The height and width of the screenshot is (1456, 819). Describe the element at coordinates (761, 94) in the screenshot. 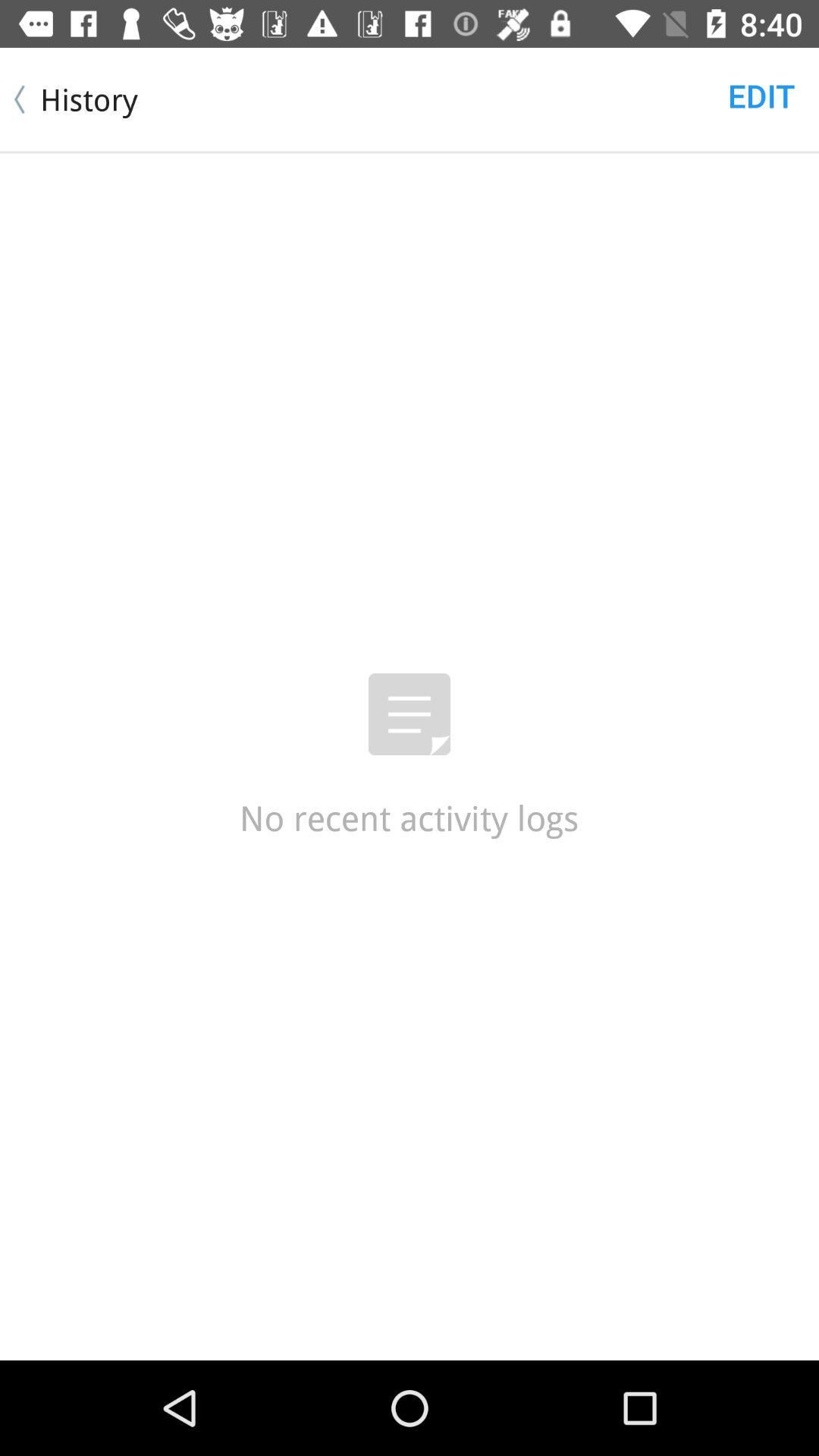

I see `the item at the top right corner` at that location.